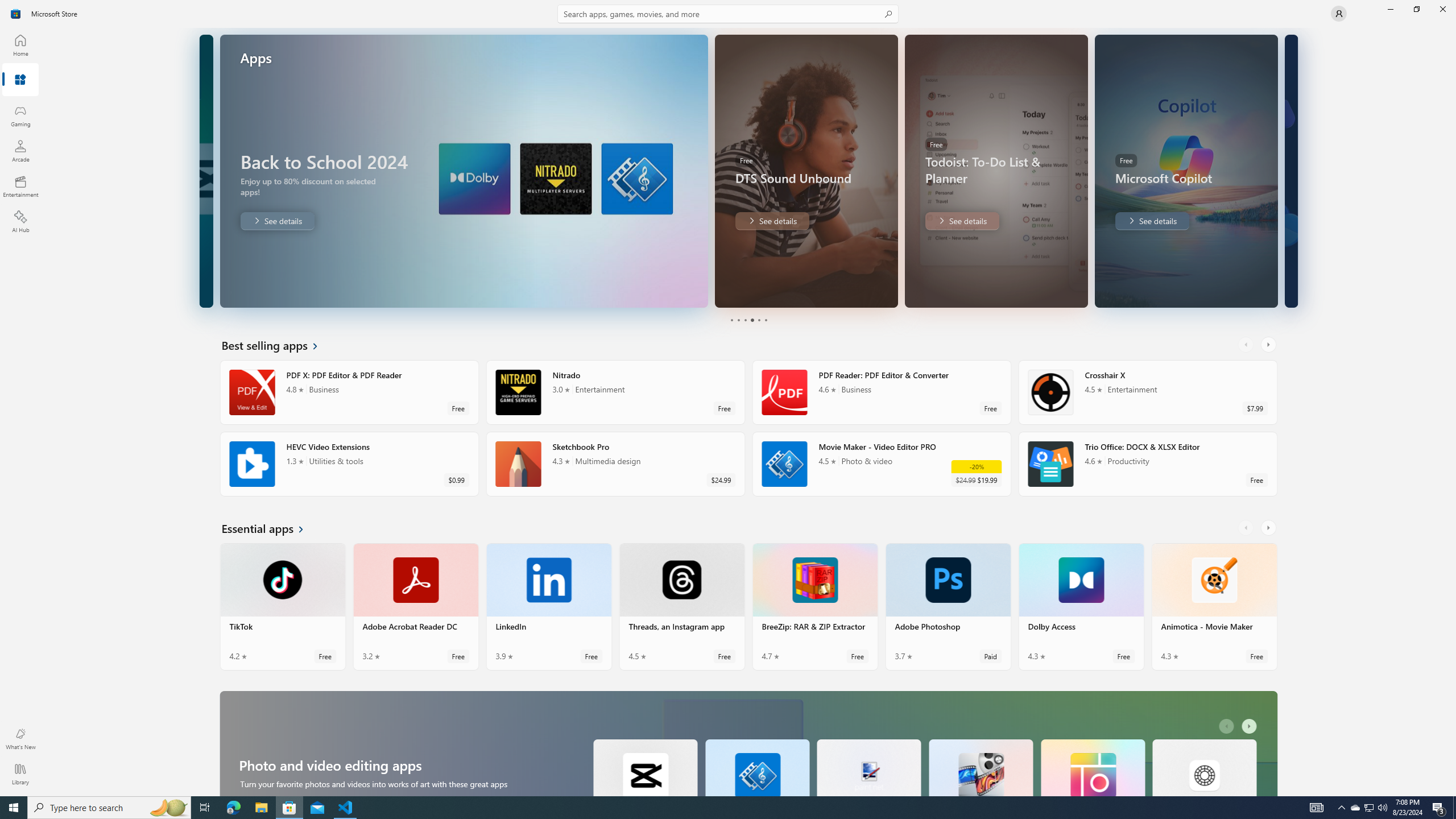  I want to click on 'Pic Collage. Average rating of 4.8 out of five stars. Free  ', so click(1092, 767).